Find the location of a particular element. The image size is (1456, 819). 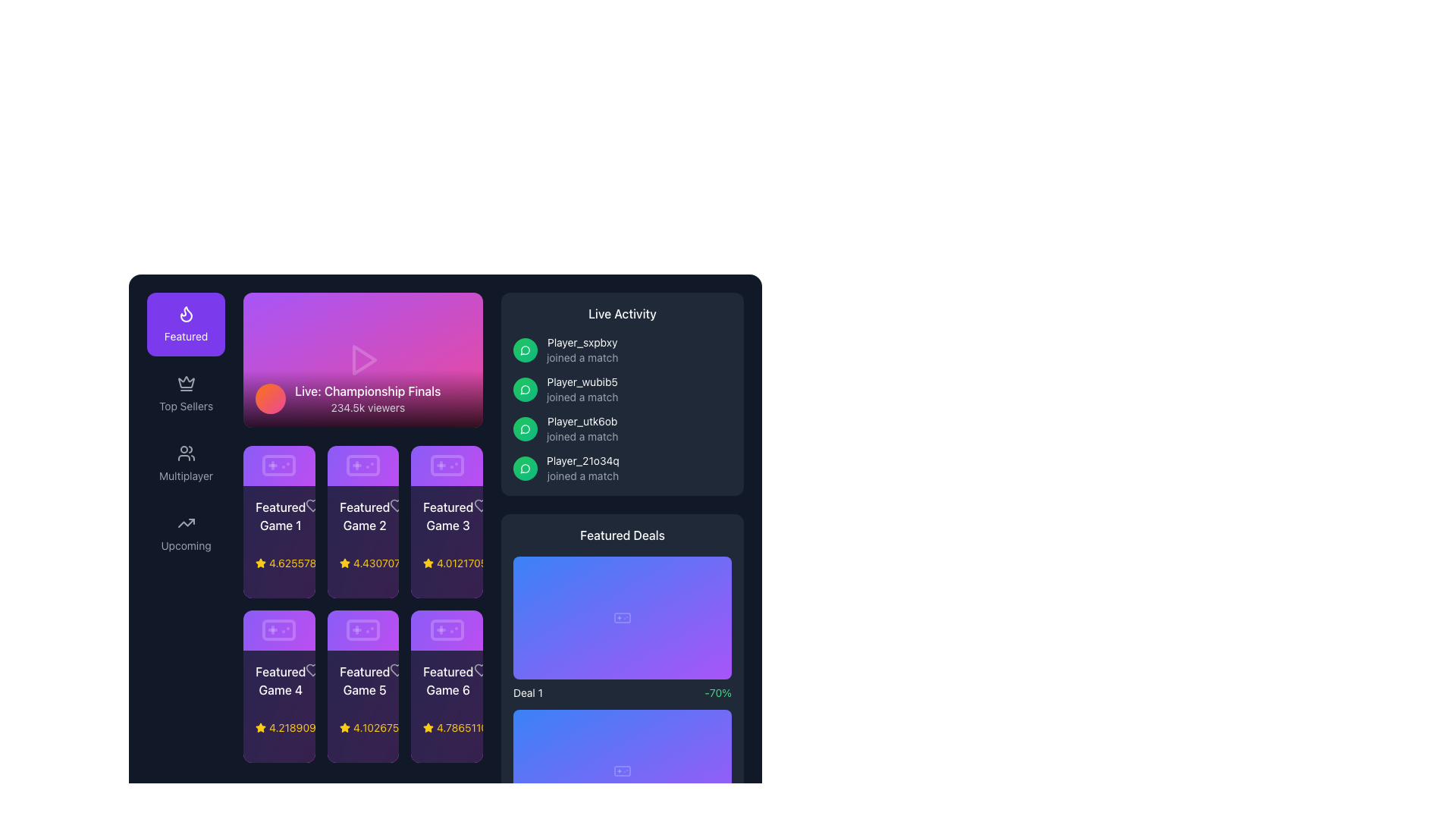

the static text label displaying 'Player_sxpbxy' in the 'Live Activity' section is located at coordinates (582, 342).